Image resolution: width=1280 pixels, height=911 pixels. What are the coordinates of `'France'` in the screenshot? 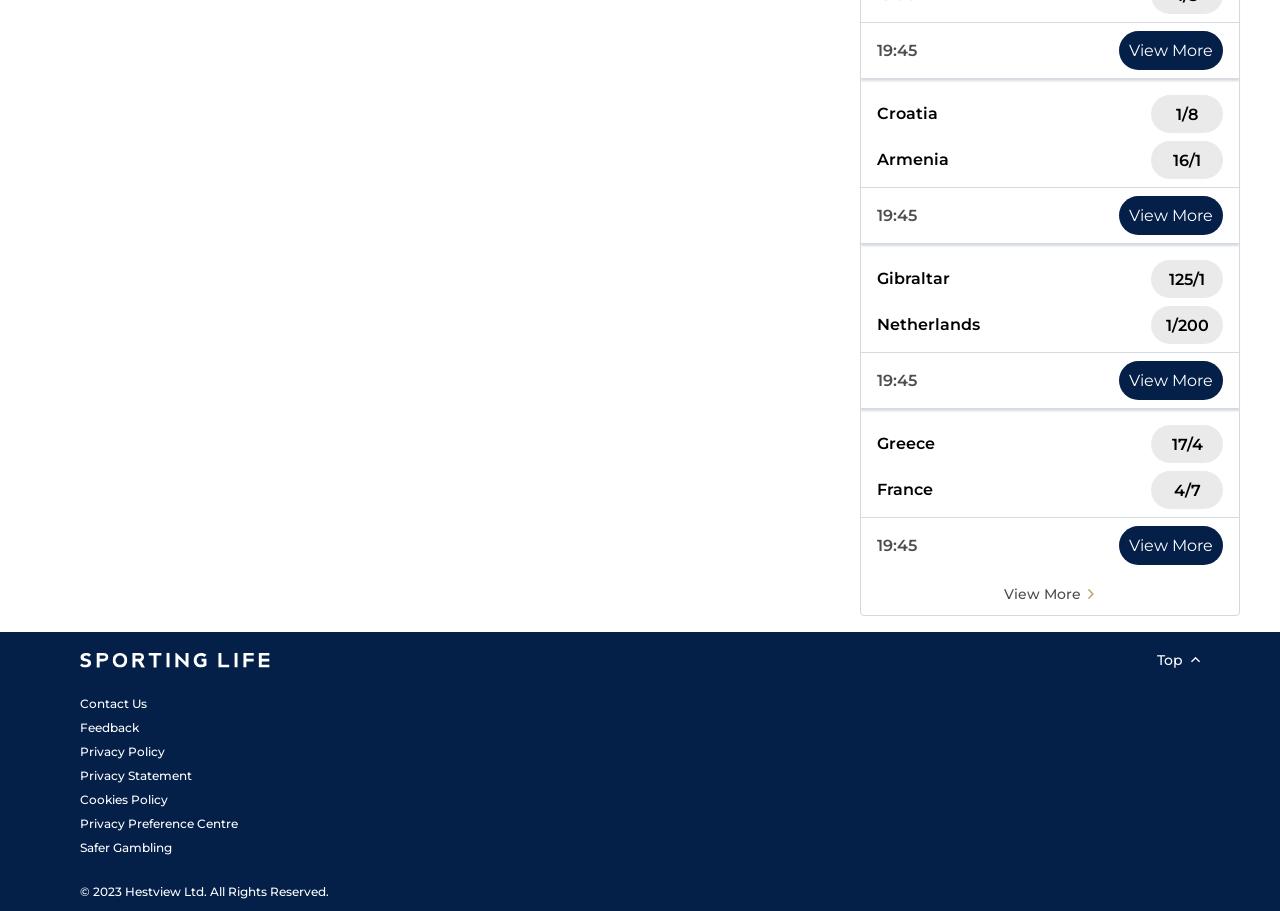 It's located at (903, 488).